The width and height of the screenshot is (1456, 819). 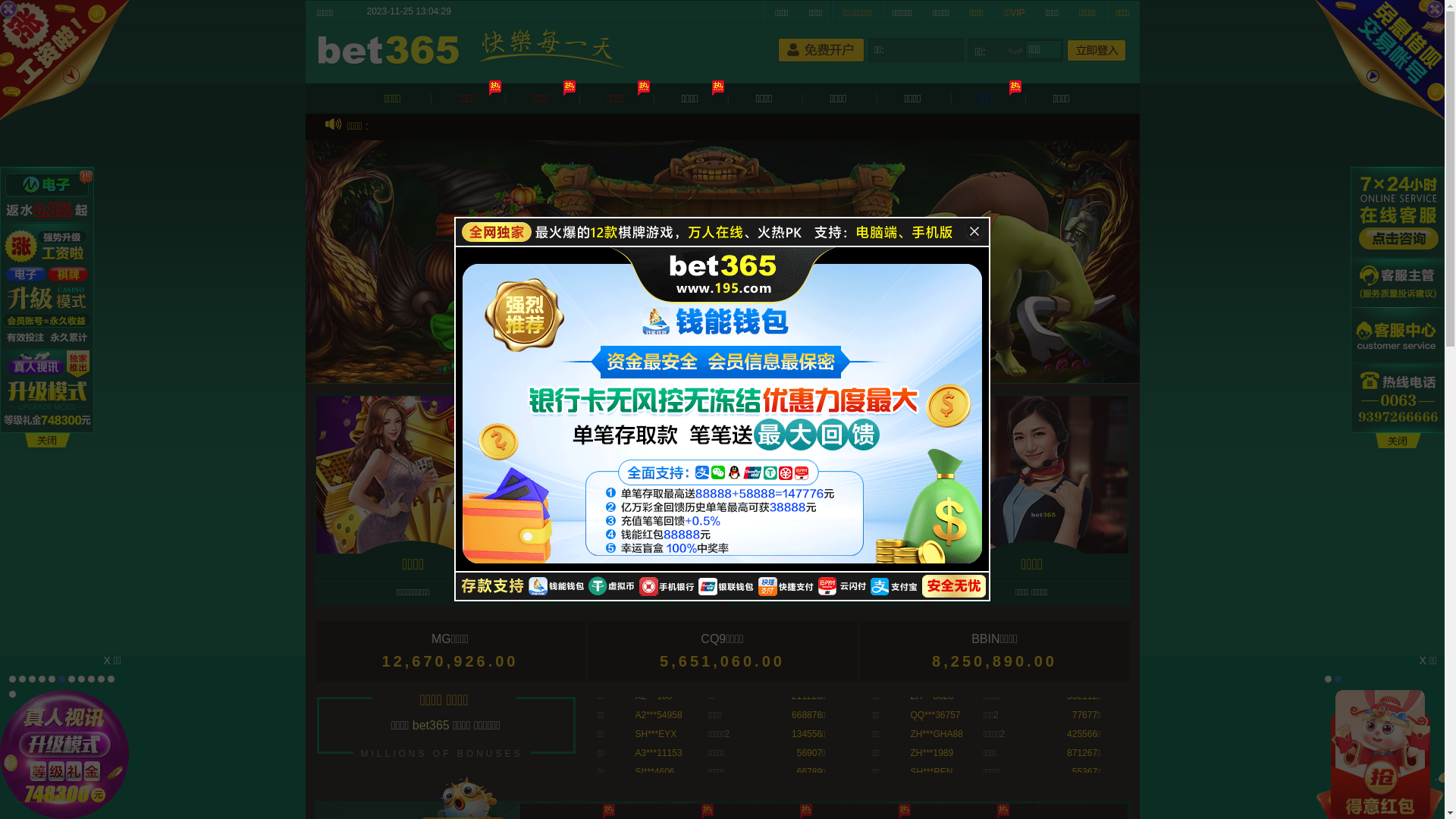 I want to click on '4', so click(x=42, y=678).